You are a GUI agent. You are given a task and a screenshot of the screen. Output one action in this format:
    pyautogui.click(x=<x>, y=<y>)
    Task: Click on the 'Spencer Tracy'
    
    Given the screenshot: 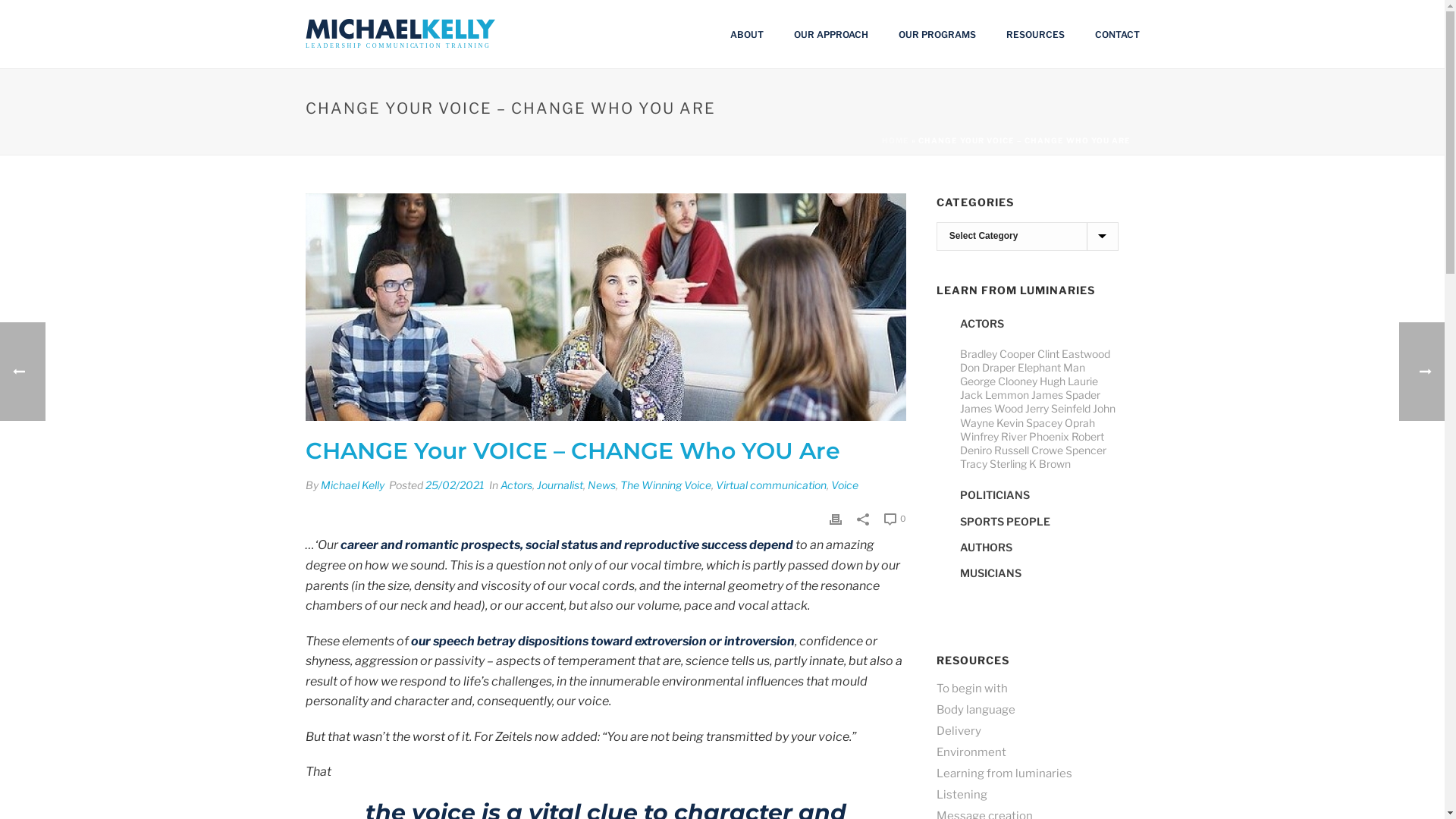 What is the action you would take?
    pyautogui.click(x=1032, y=456)
    